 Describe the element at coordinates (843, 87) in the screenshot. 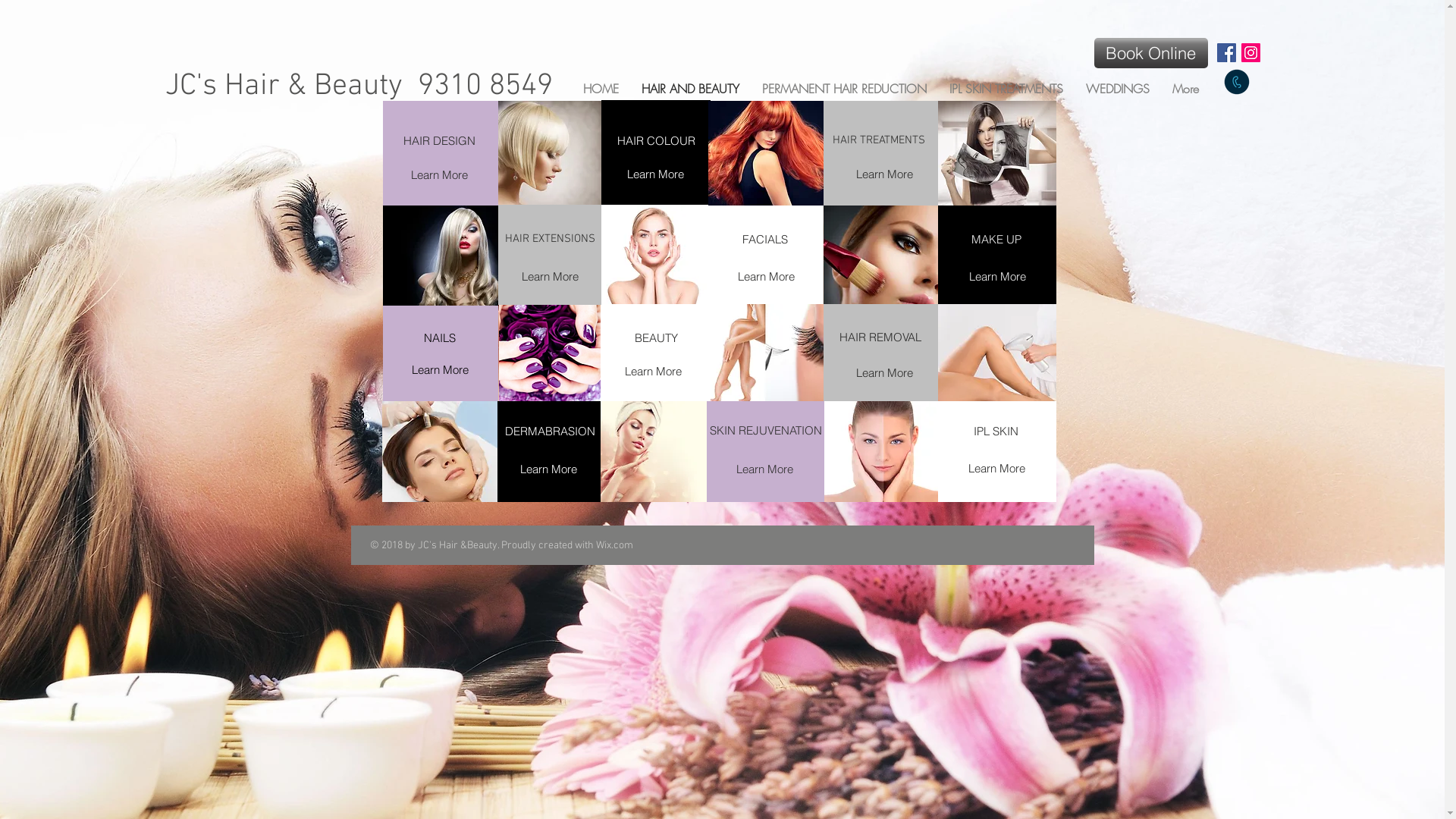

I see `'PERMANENT HAIR REDUCTION'` at that location.